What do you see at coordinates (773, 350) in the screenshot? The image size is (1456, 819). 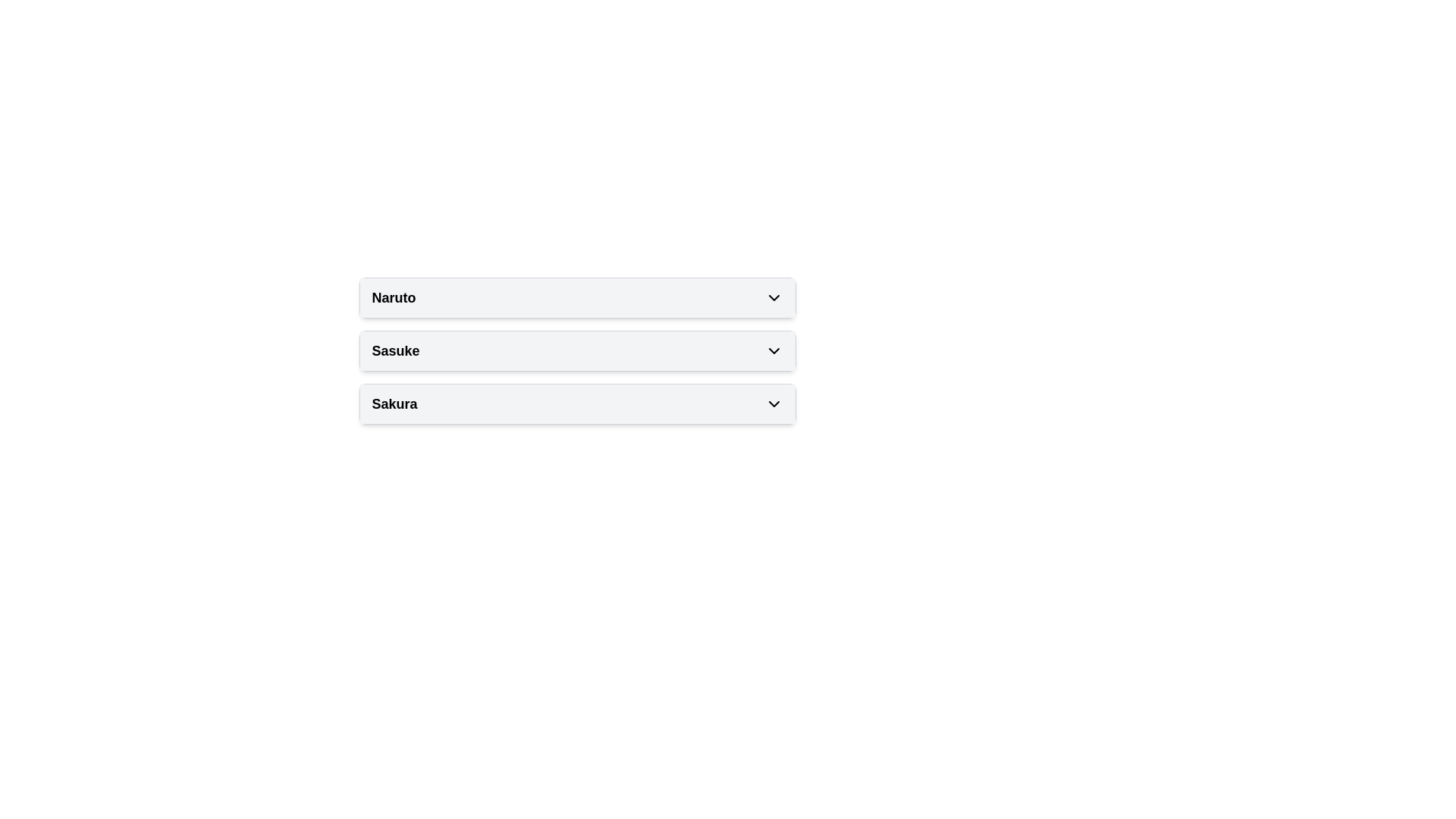 I see `the Chevron icon located to the far right of the 'Sasuke' section` at bounding box center [773, 350].